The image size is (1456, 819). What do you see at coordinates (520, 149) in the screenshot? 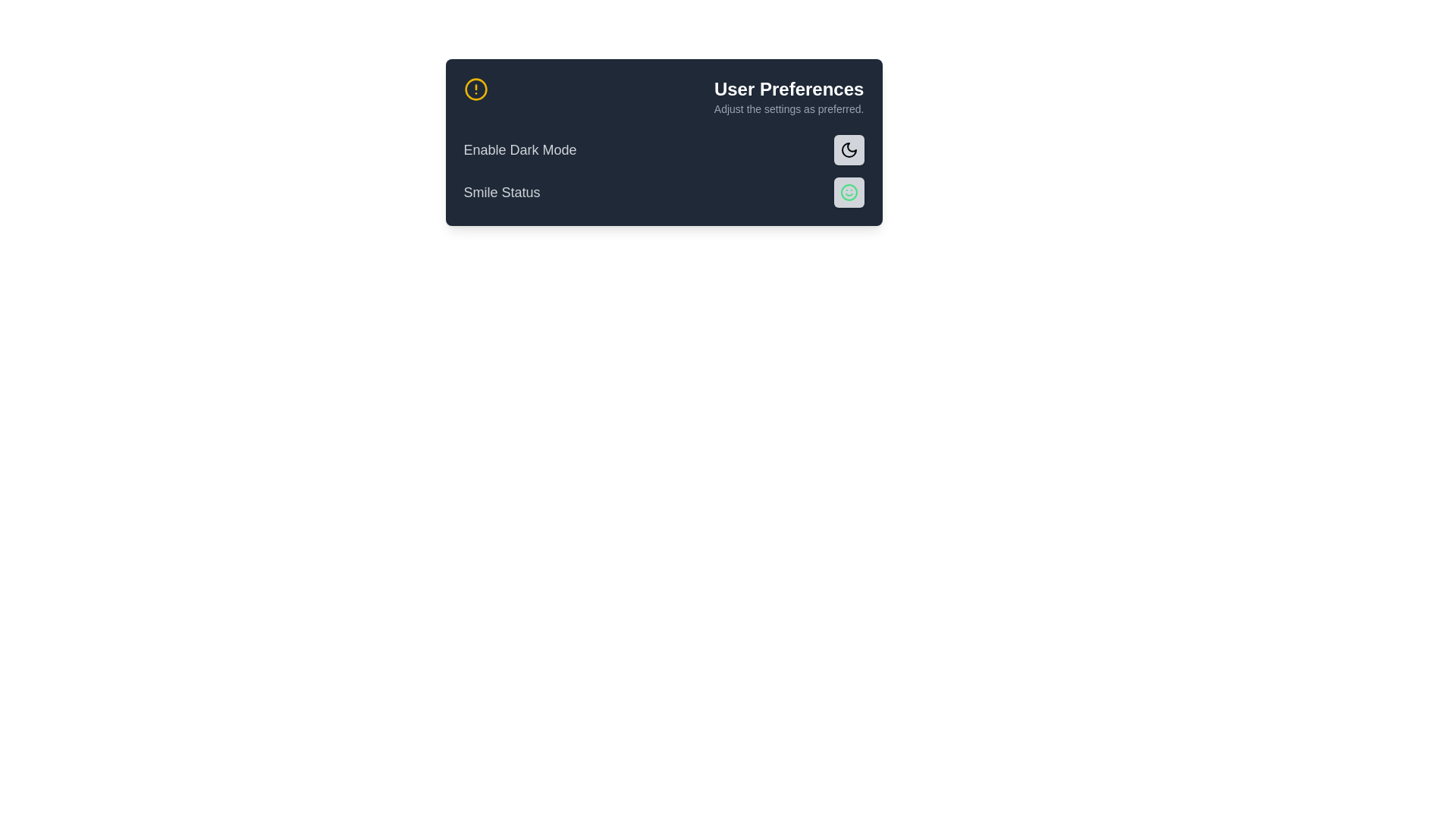
I see `text from the 'Enable Dark Mode' label, which is styled with a medium-sized font and gray color, located in the upper section of a preference card` at bounding box center [520, 149].